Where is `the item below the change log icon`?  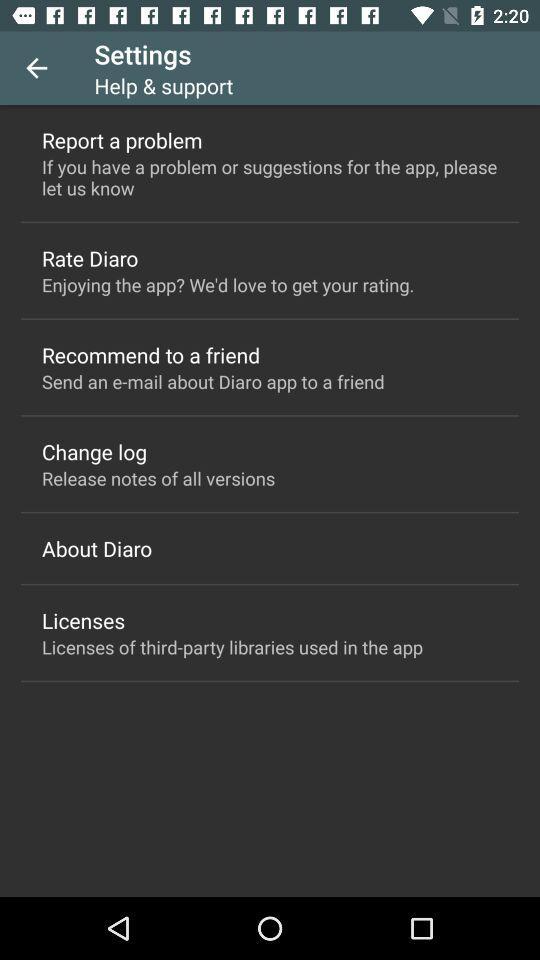 the item below the change log icon is located at coordinates (157, 478).